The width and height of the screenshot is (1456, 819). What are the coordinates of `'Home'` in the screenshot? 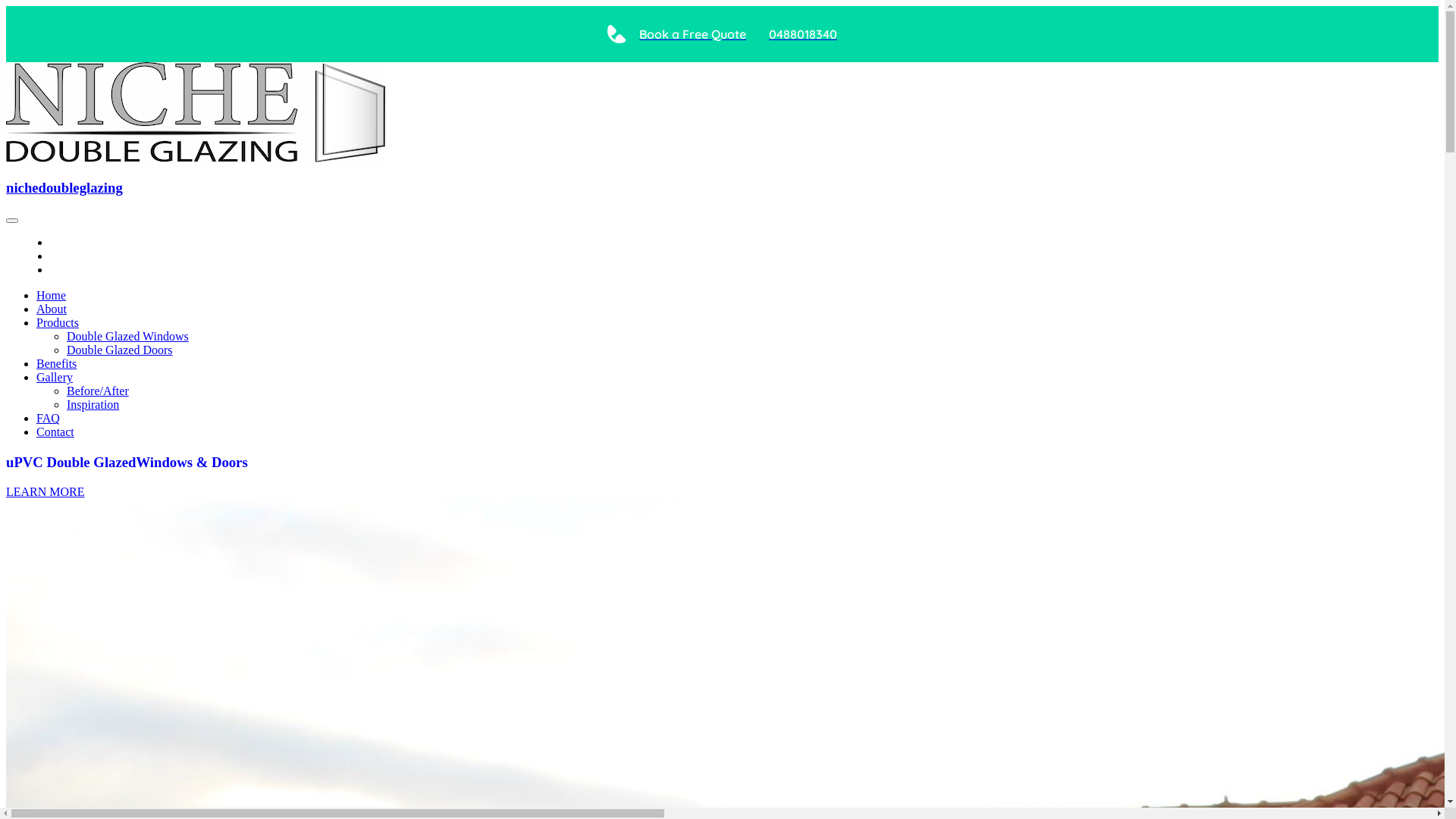 It's located at (51, 295).